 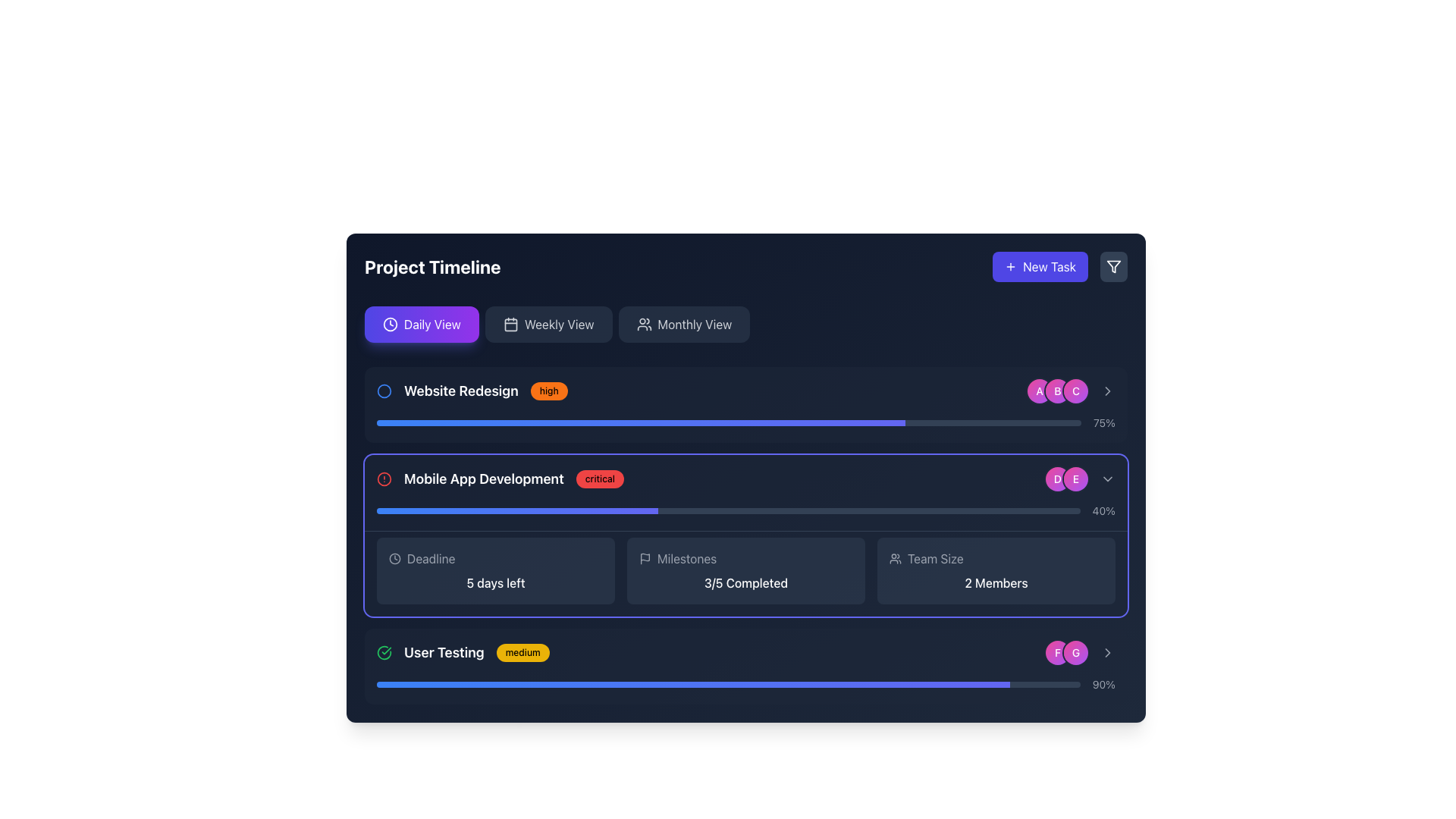 What do you see at coordinates (1003, 684) in the screenshot?
I see `the progress value` at bounding box center [1003, 684].